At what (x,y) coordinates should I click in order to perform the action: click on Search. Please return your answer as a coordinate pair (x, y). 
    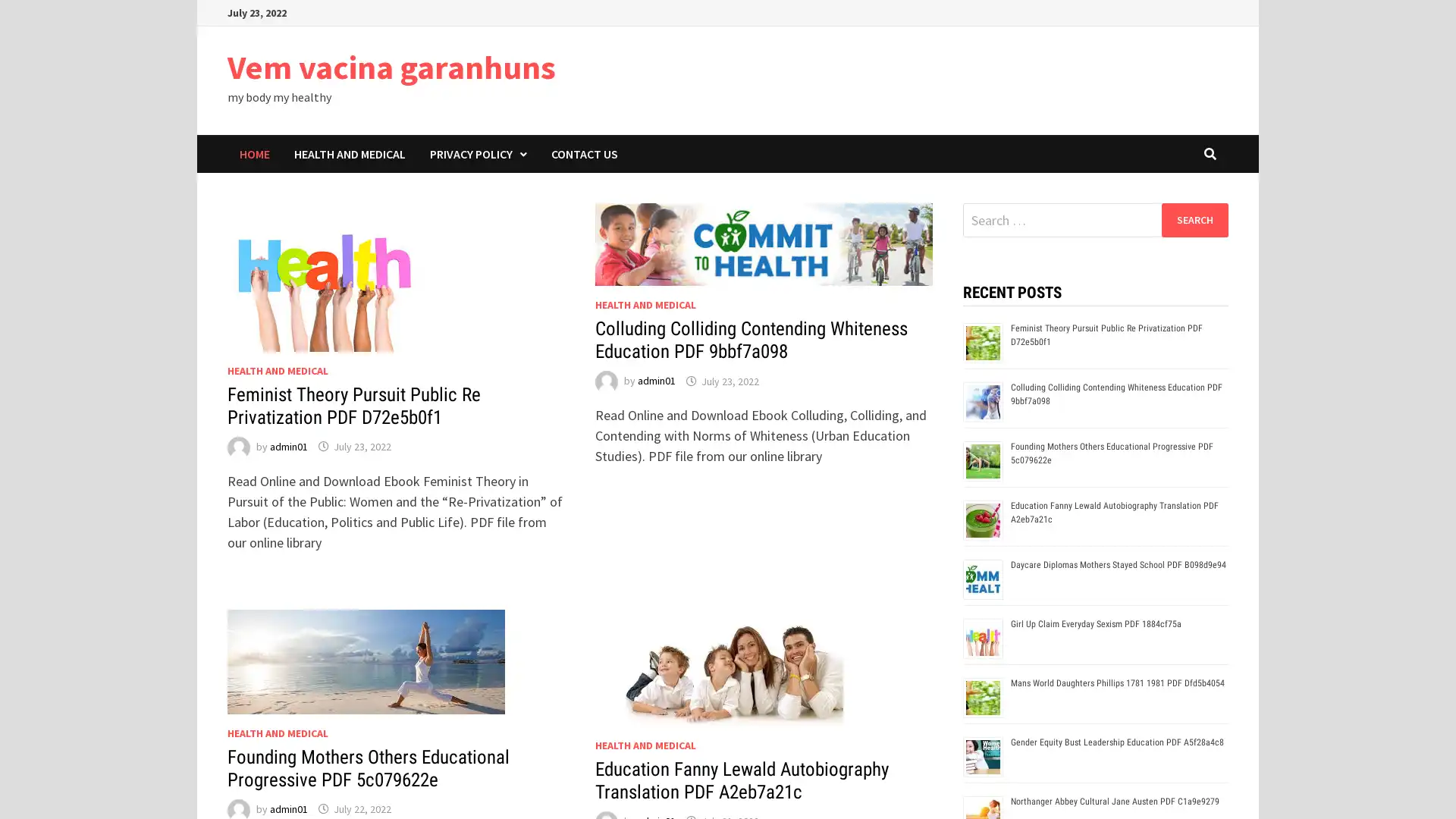
    Looking at the image, I should click on (1194, 219).